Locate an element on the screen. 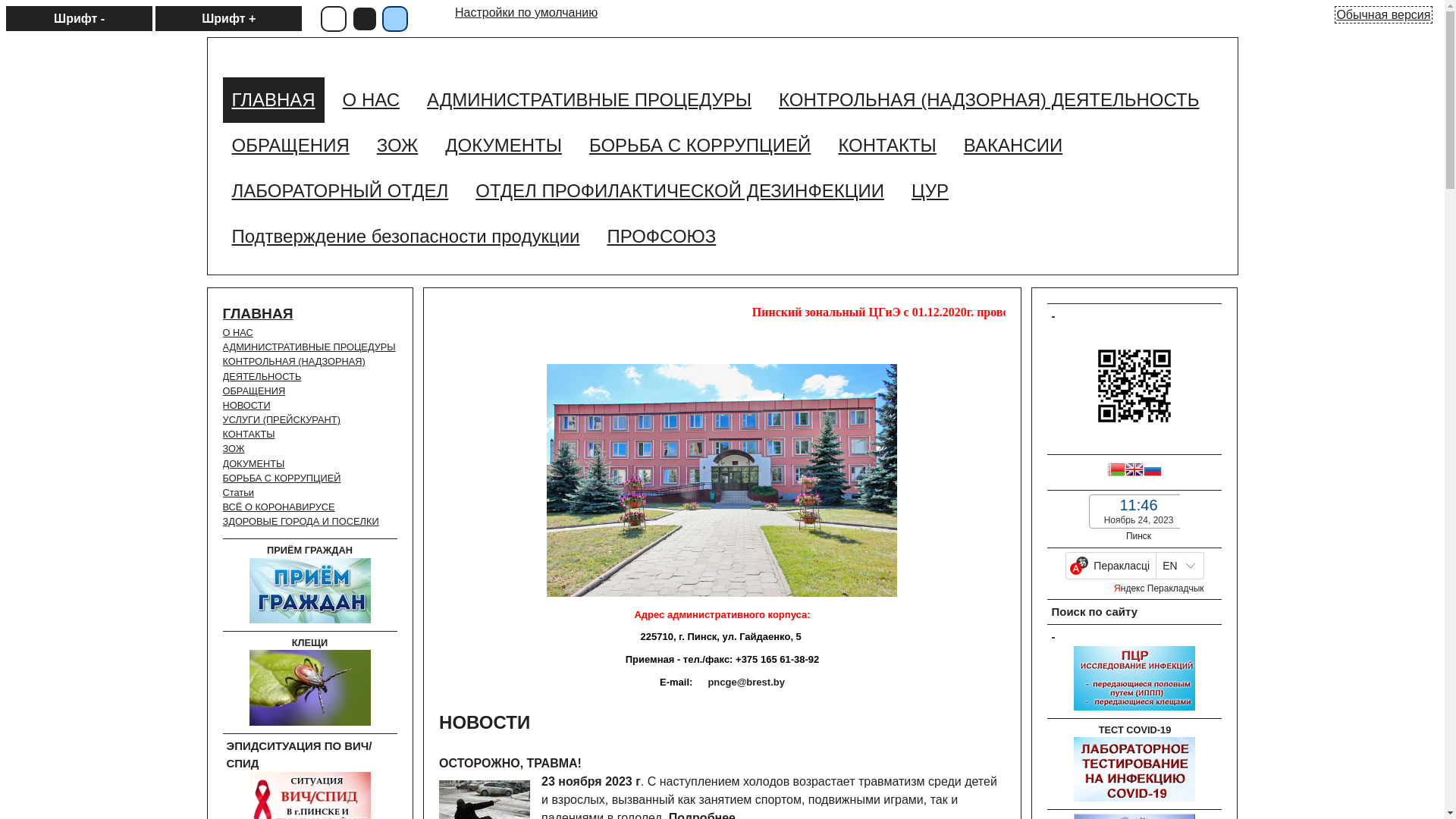  'Belarusian' is located at coordinates (1116, 471).